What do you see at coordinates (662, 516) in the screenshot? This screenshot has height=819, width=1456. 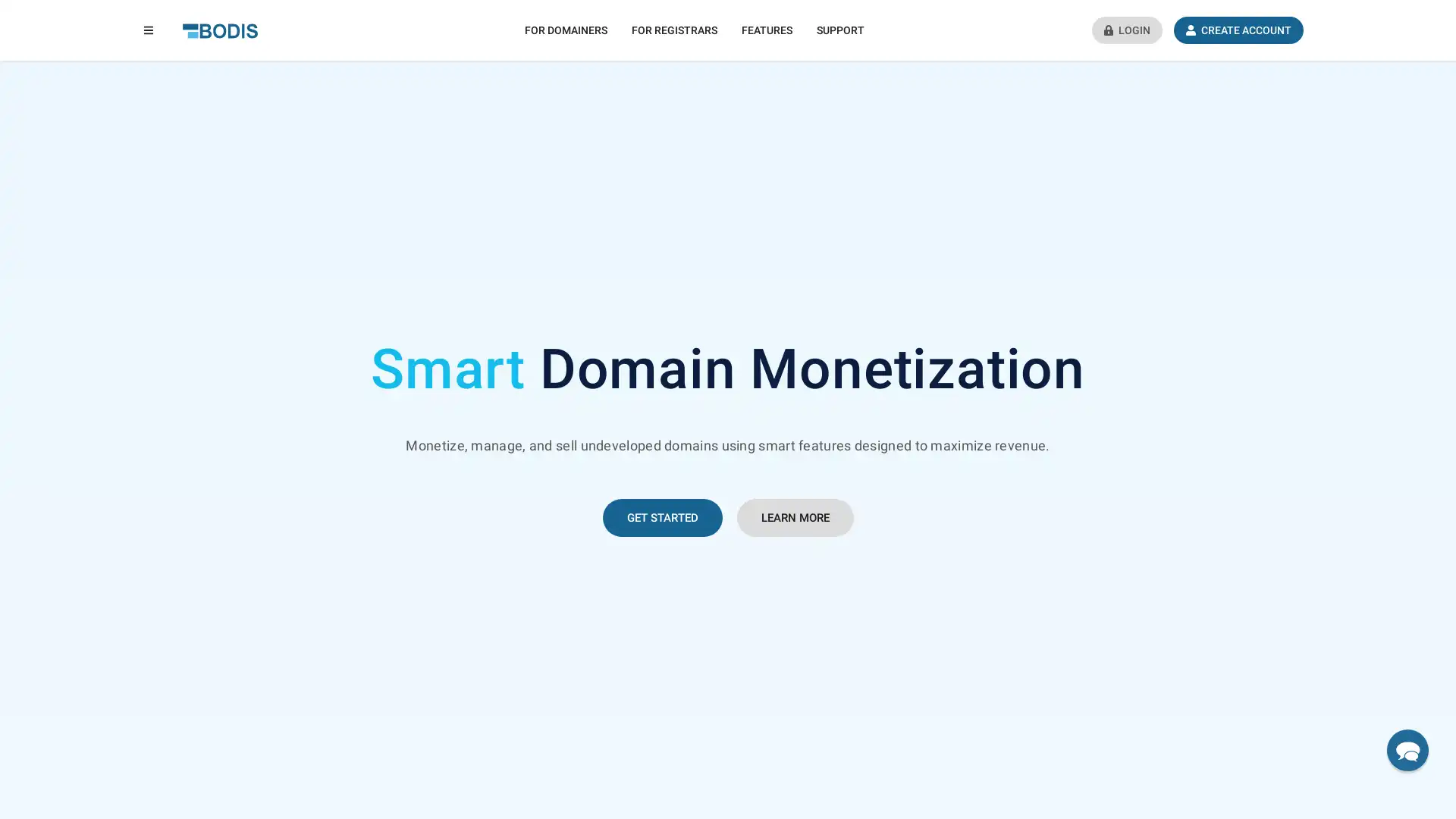 I see `GET STARTED` at bounding box center [662, 516].